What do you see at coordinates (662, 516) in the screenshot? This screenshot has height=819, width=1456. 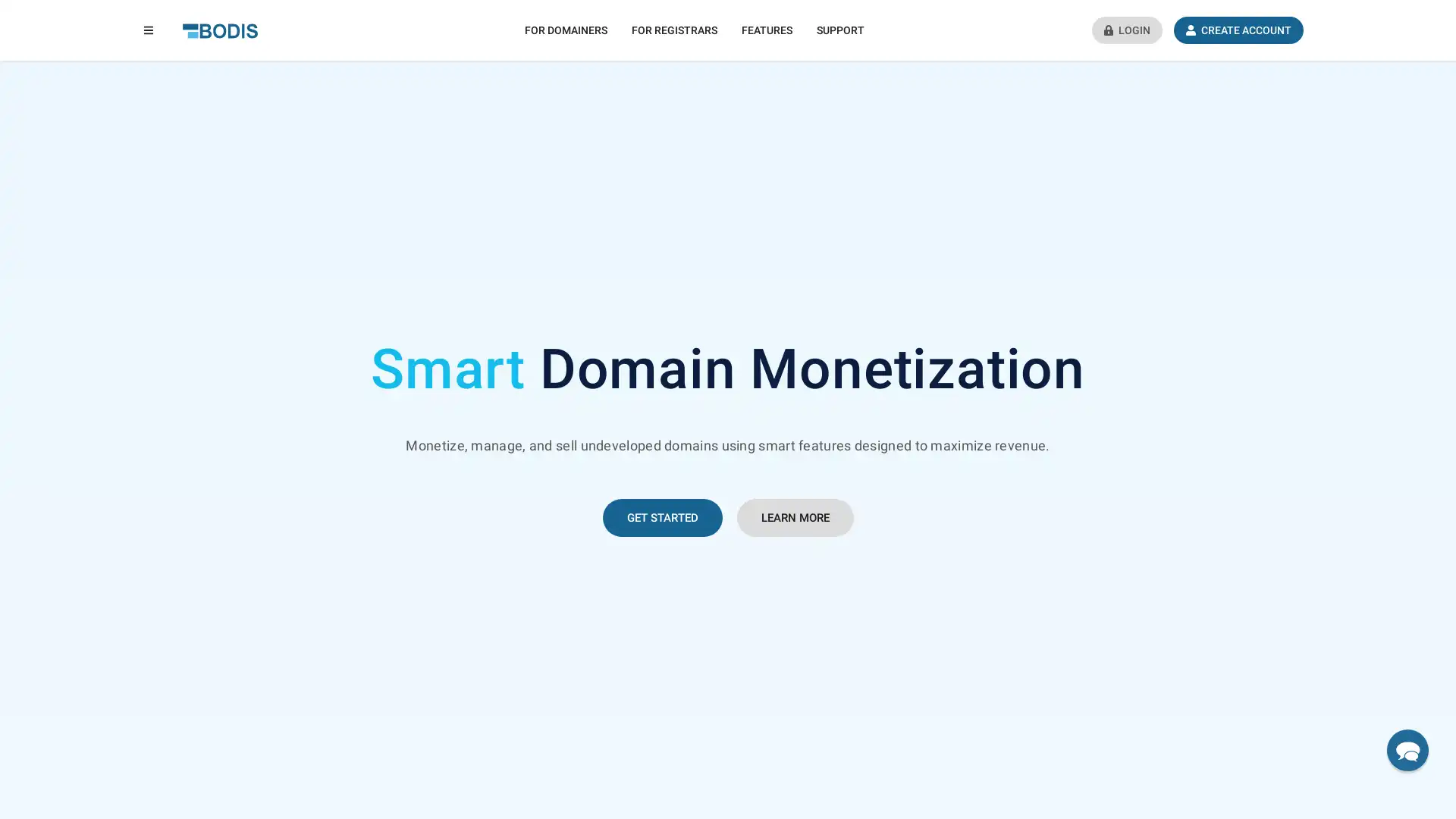 I see `GET STARTED` at bounding box center [662, 516].